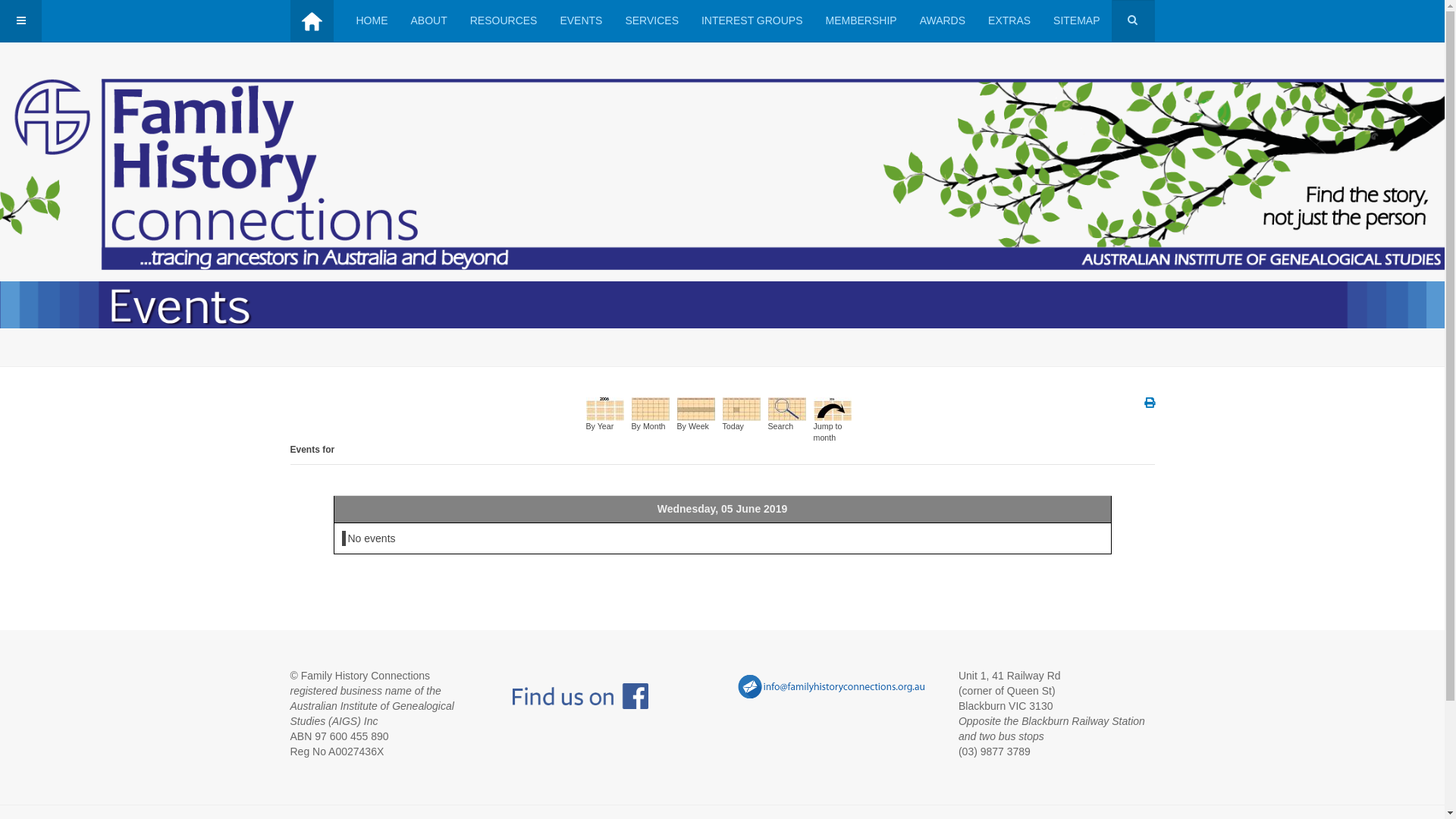 This screenshot has height=819, width=1456. What do you see at coordinates (356, 20) in the screenshot?
I see `'HOME'` at bounding box center [356, 20].